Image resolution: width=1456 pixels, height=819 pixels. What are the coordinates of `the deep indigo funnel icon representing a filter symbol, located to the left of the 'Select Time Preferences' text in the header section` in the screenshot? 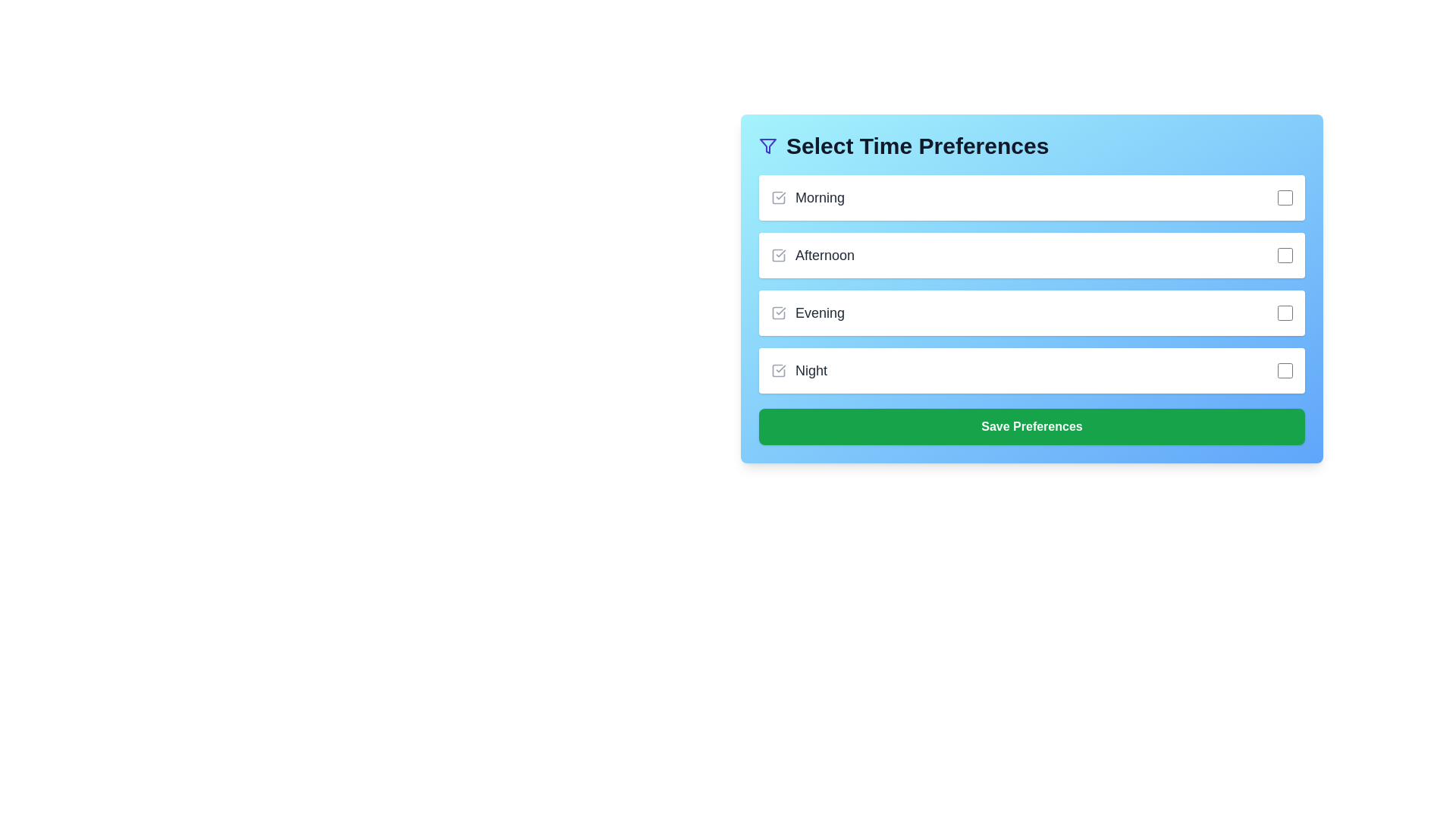 It's located at (767, 146).